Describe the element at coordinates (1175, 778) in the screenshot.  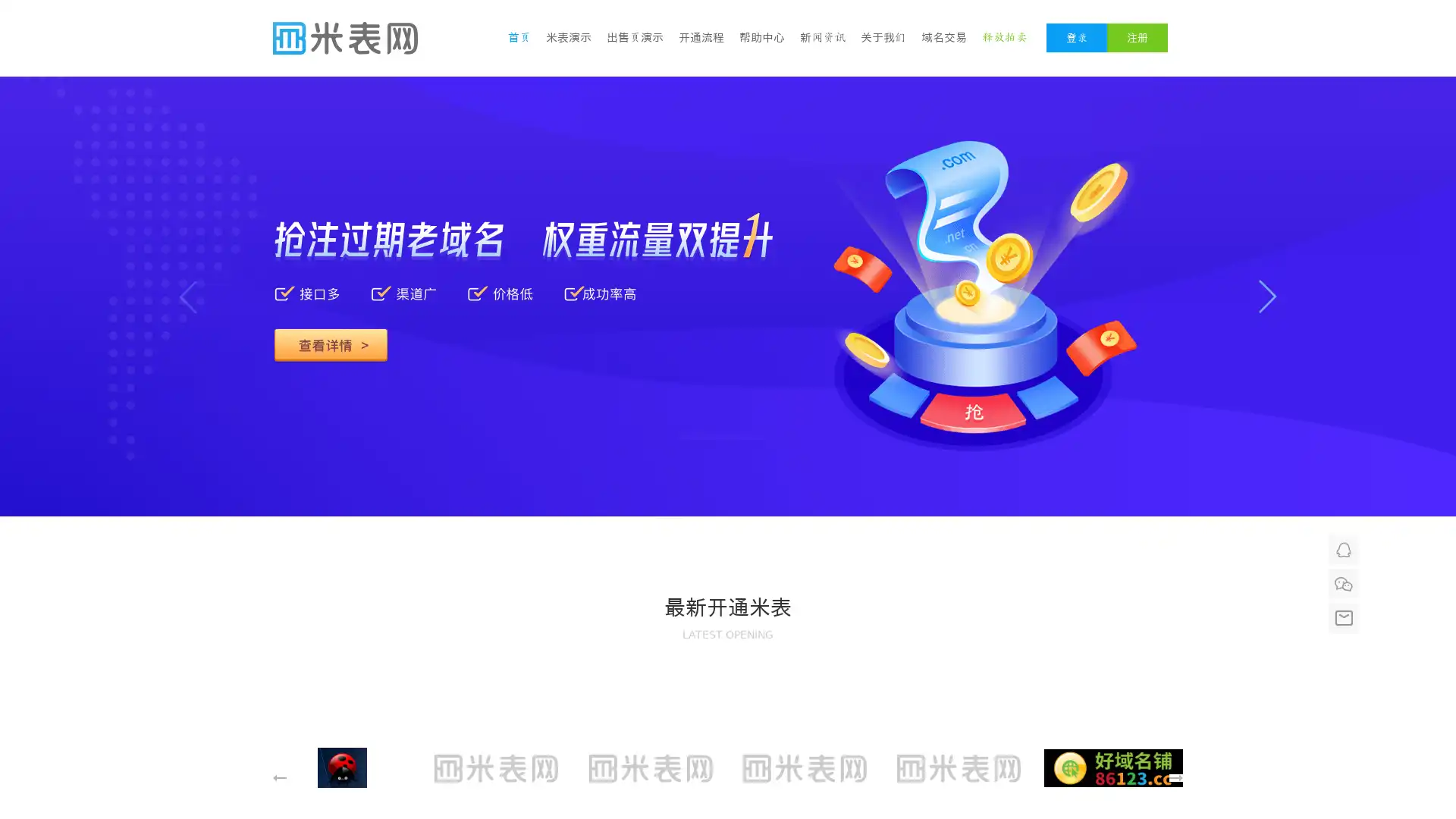
I see `Next slide` at that location.